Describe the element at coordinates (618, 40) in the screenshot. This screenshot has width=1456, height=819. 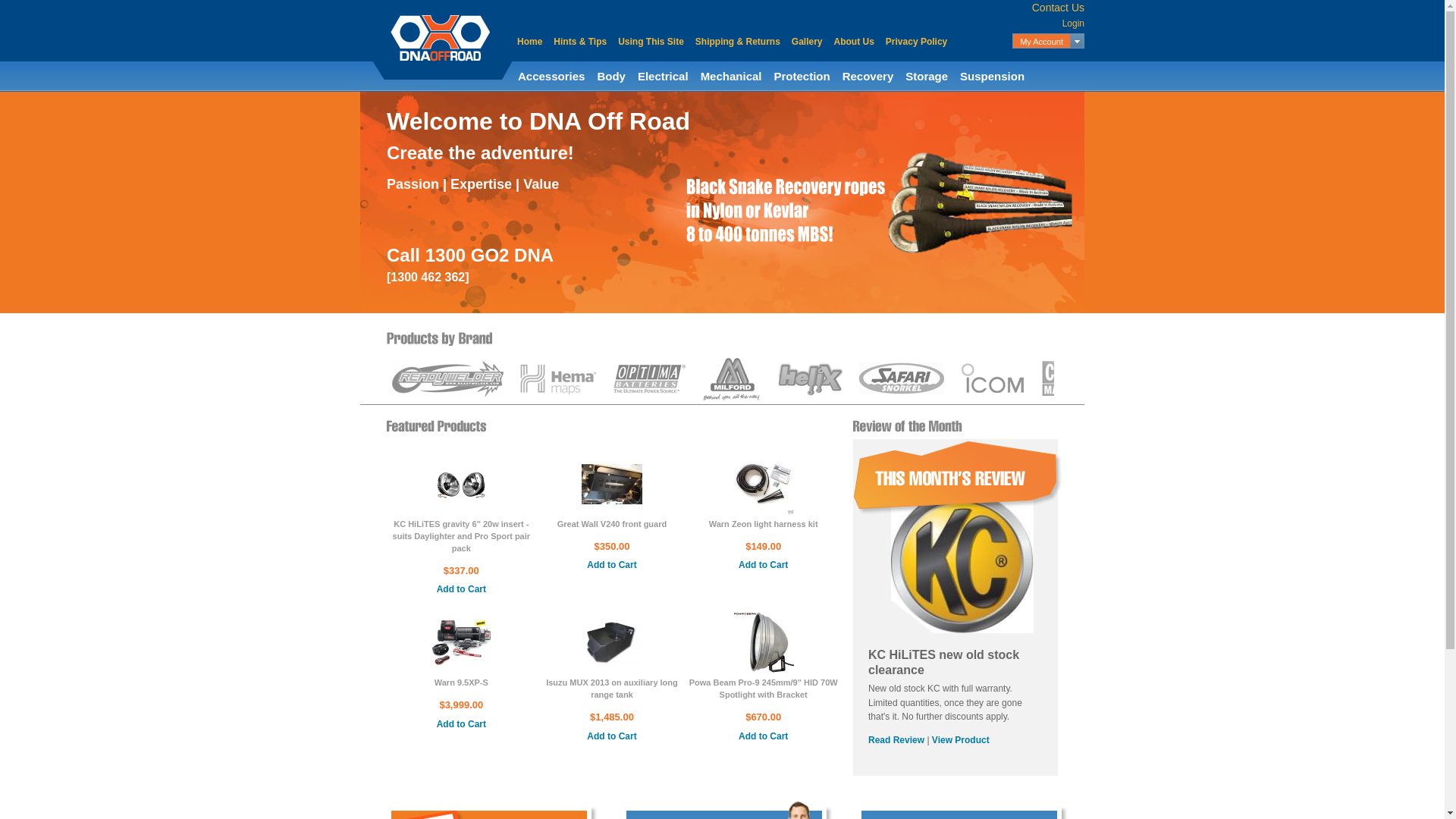
I see `'Using This Site'` at that location.